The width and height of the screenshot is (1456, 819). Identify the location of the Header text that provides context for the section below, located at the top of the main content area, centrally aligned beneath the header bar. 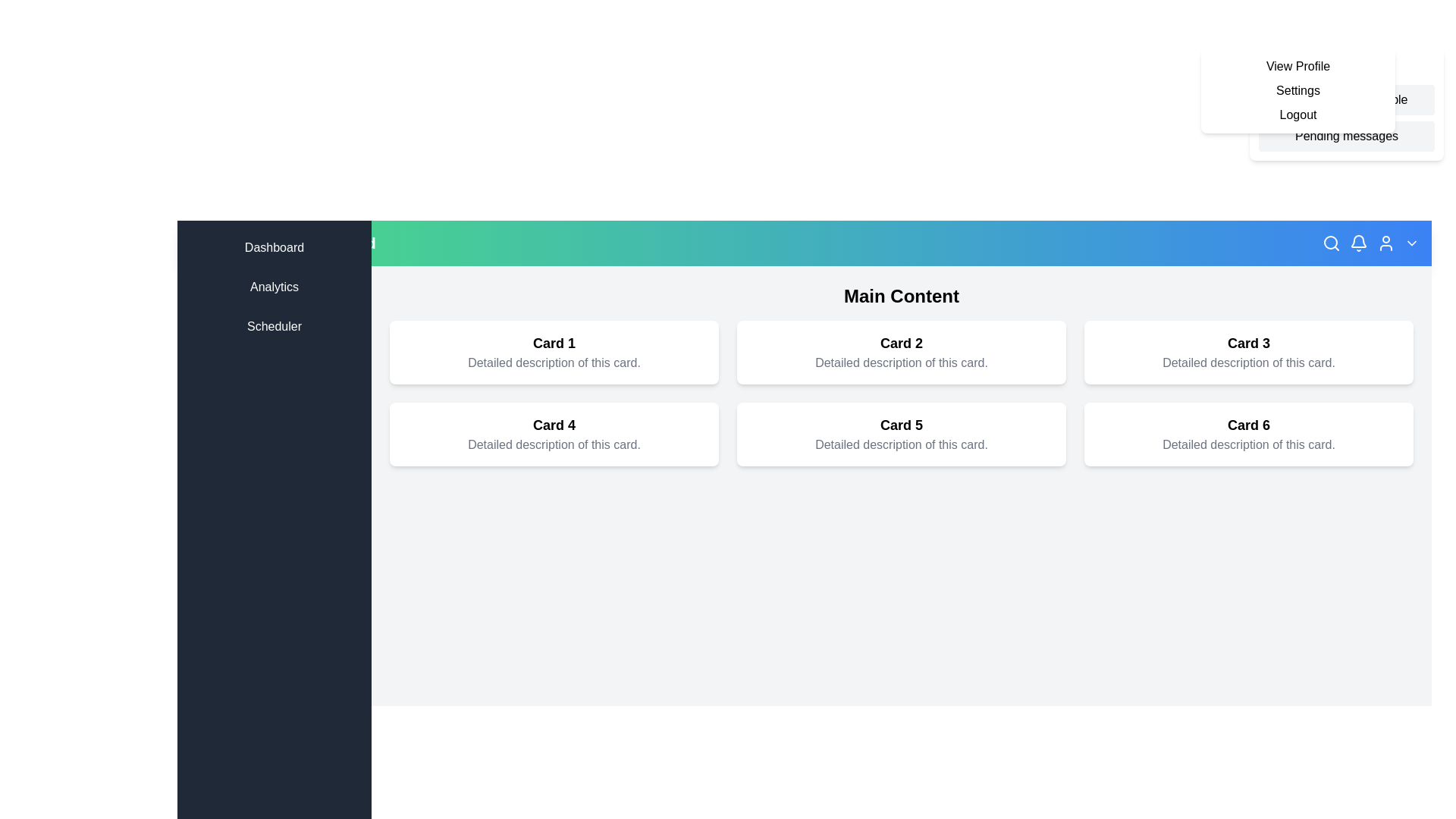
(902, 296).